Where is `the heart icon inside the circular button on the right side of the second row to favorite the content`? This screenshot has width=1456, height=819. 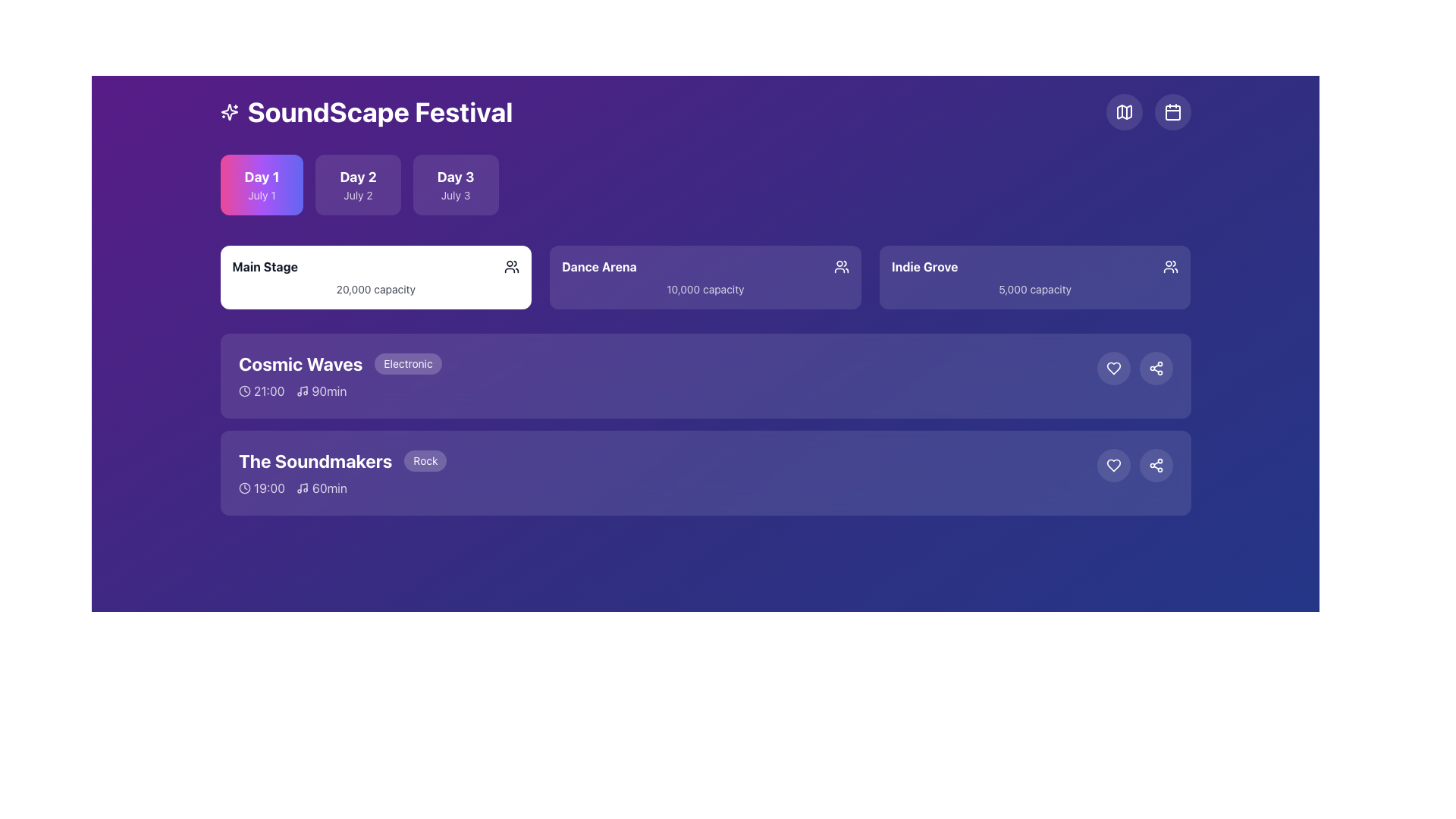
the heart icon inside the circular button on the right side of the second row to favorite the content is located at coordinates (1113, 369).